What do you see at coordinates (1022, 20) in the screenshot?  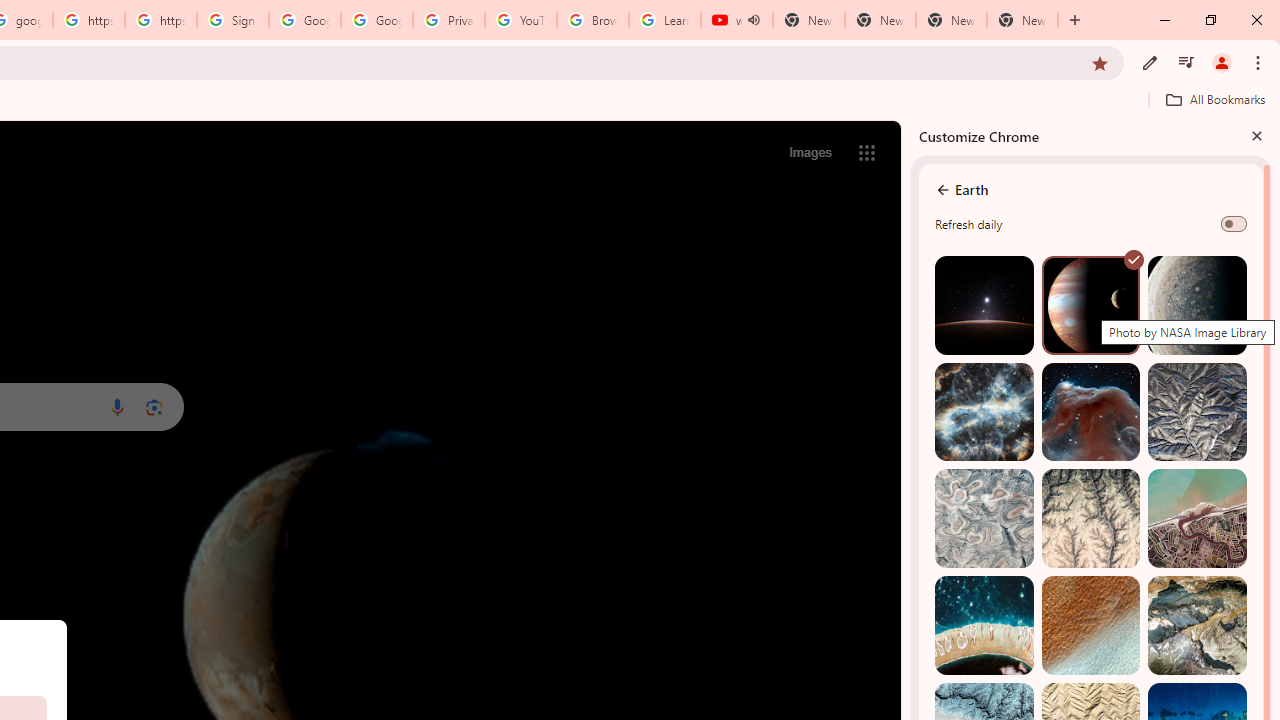 I see `'New Tab'` at bounding box center [1022, 20].